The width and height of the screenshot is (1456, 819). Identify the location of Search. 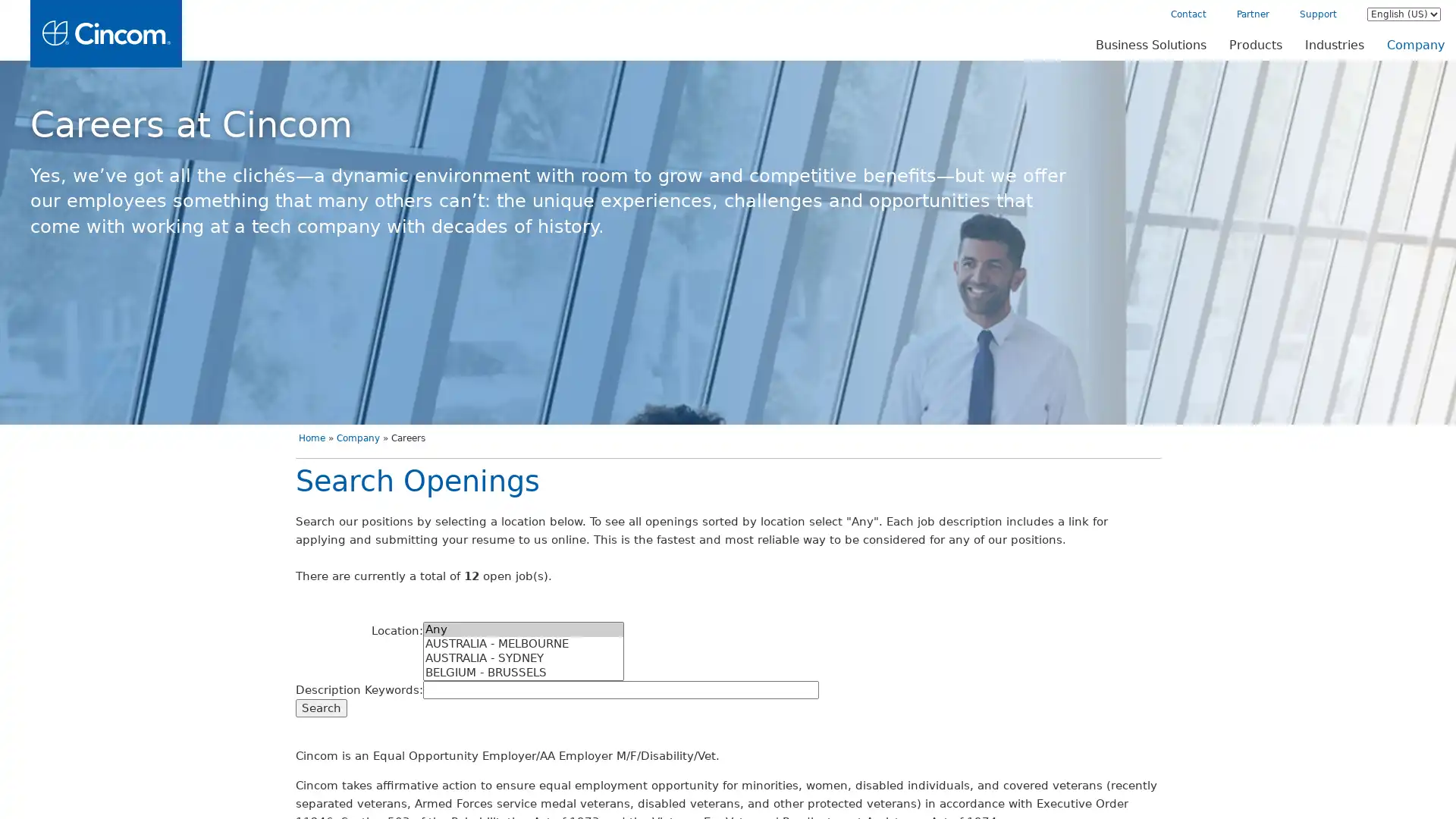
(298, 708).